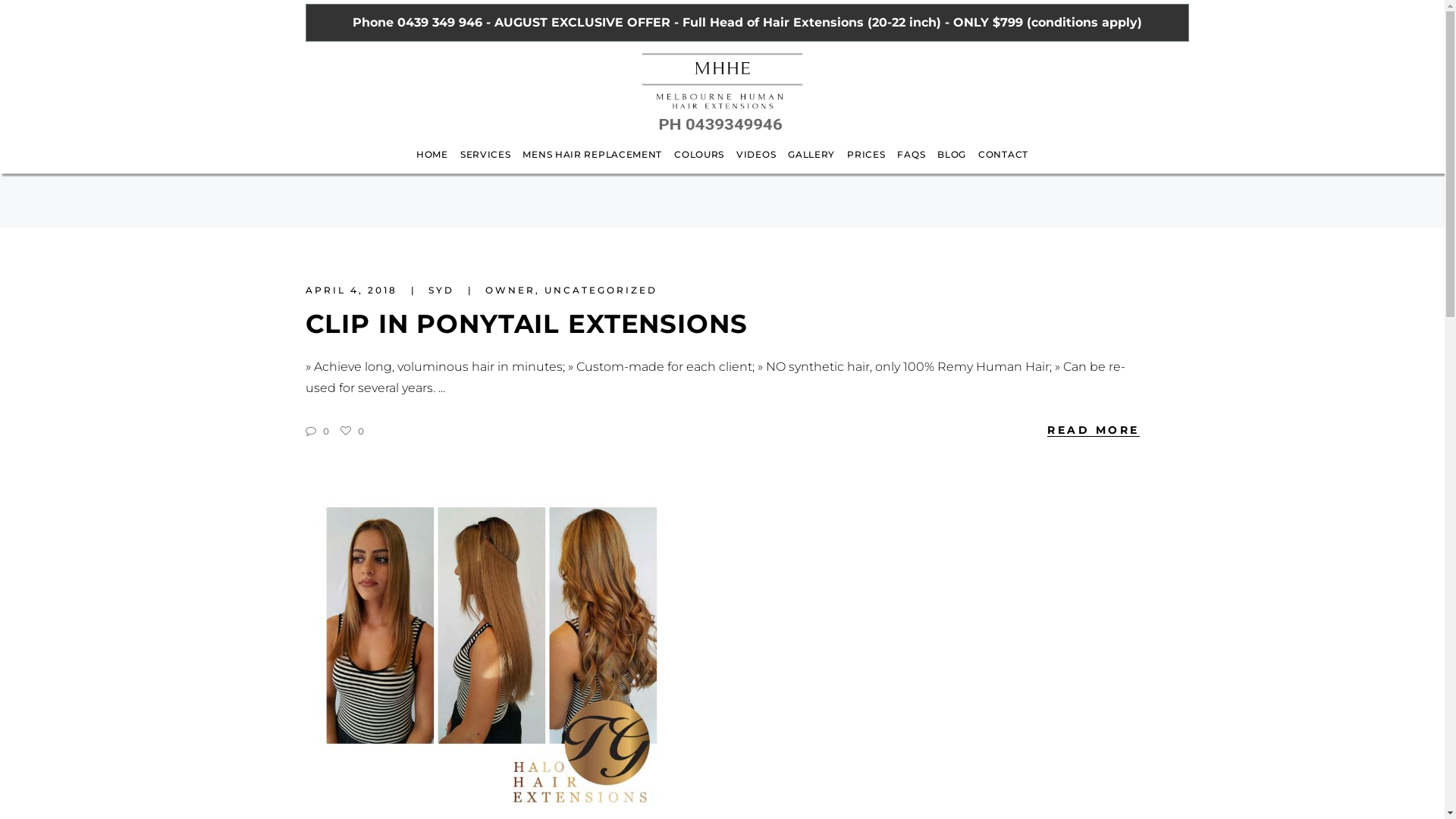  What do you see at coordinates (866, 164) in the screenshot?
I see `'PRICES'` at bounding box center [866, 164].